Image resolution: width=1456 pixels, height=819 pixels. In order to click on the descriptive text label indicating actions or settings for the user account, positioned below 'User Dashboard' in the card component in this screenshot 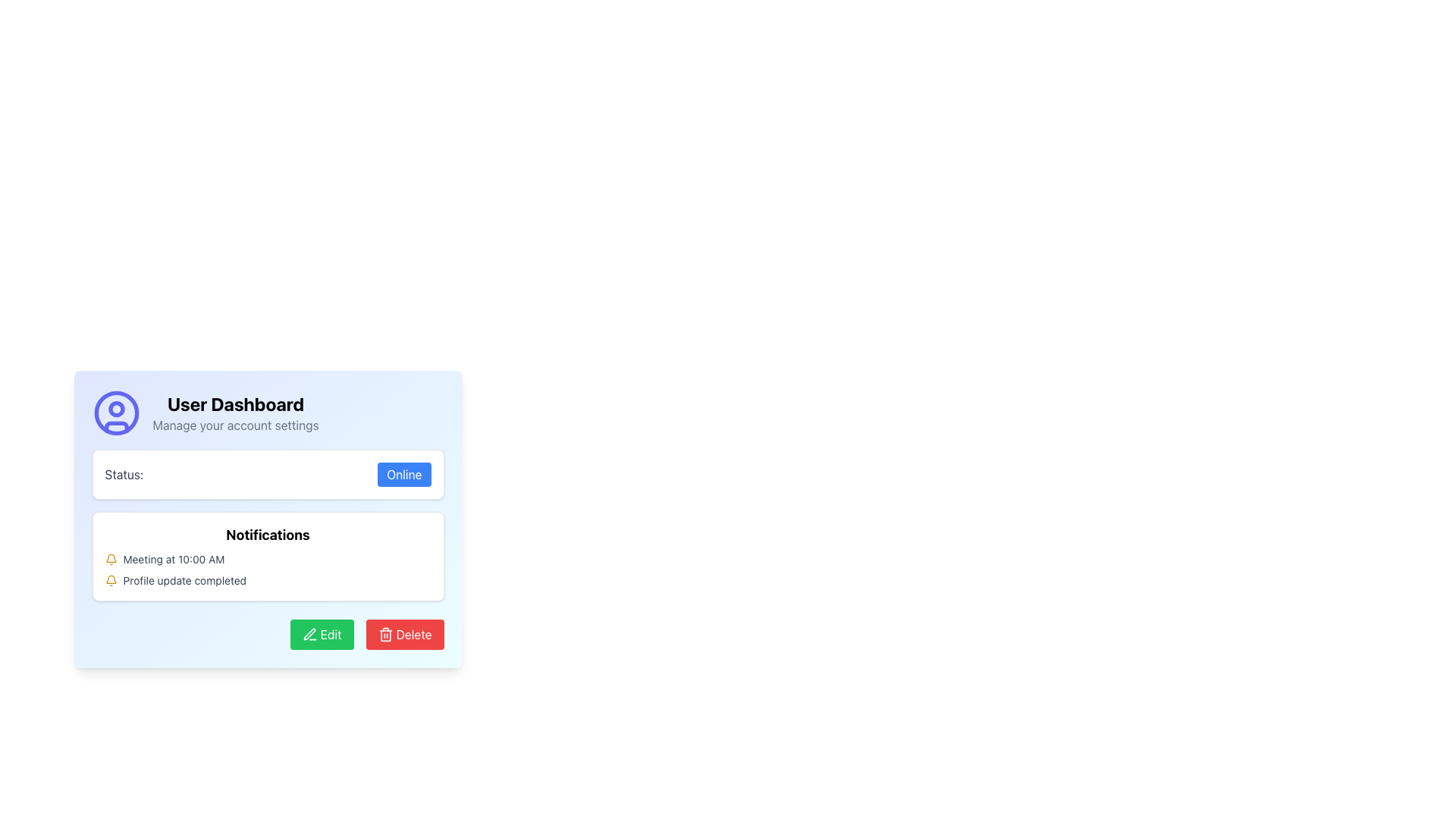, I will do `click(235, 425)`.